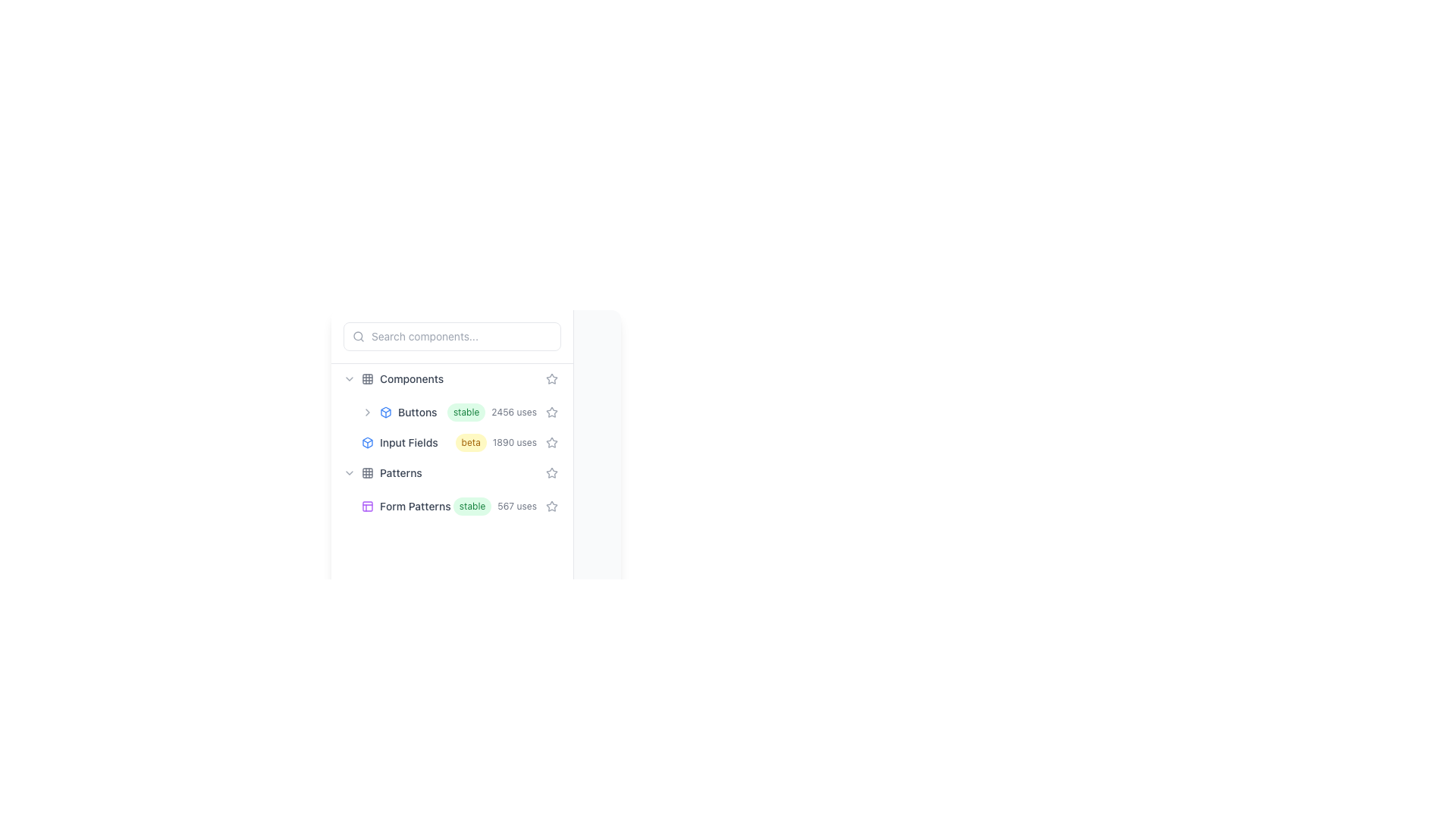 The width and height of the screenshot is (1456, 819). What do you see at coordinates (551, 472) in the screenshot?
I see `the star icon button on the far right side of the 'Patterns' list item` at bounding box center [551, 472].